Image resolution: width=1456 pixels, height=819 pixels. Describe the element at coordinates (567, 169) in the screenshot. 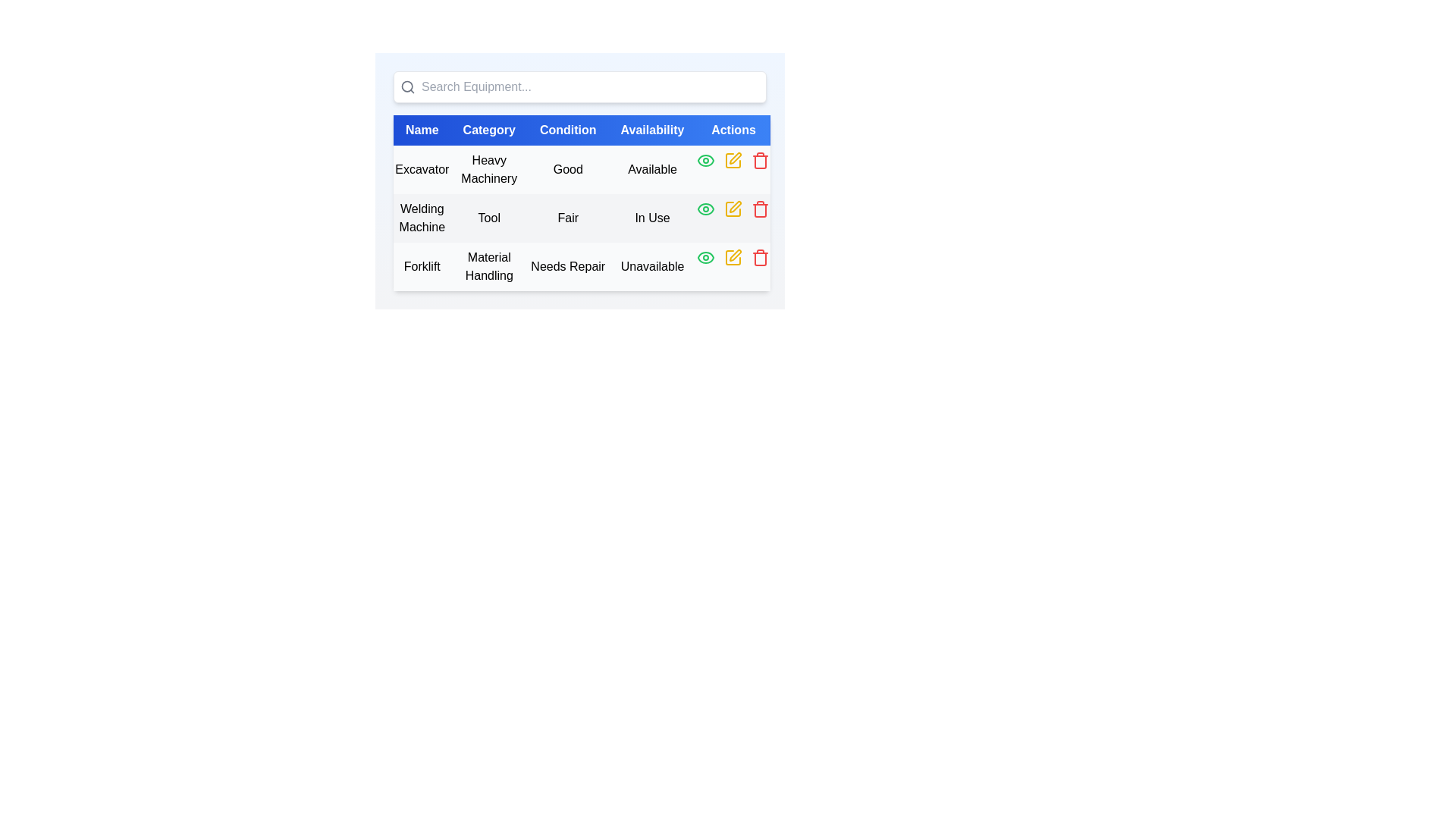

I see `the Text Label displaying 'Good' in bold, centered style located in the third column under the 'Condition' header of the table` at that location.